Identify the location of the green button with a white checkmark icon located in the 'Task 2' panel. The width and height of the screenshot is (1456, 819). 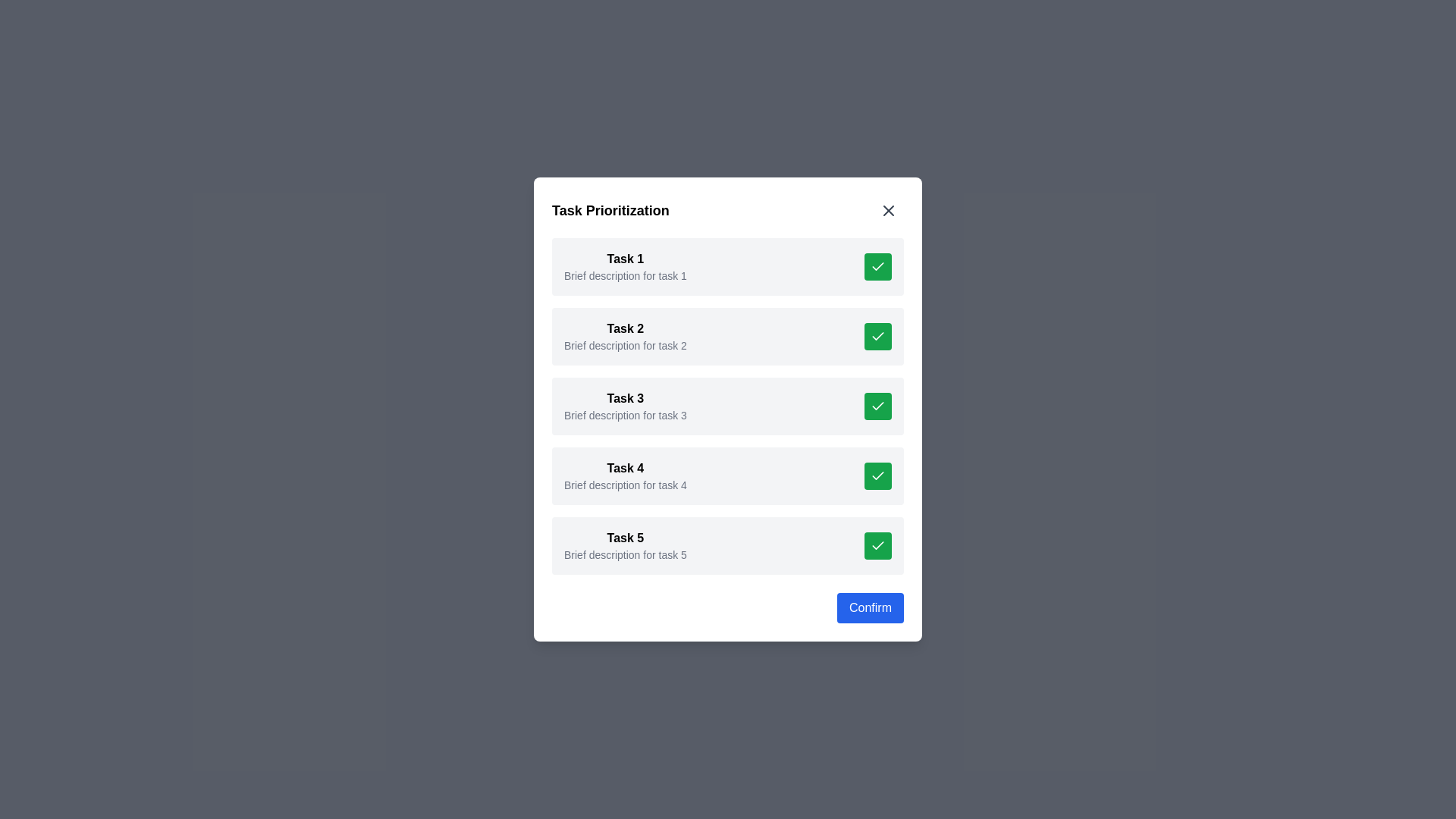
(877, 335).